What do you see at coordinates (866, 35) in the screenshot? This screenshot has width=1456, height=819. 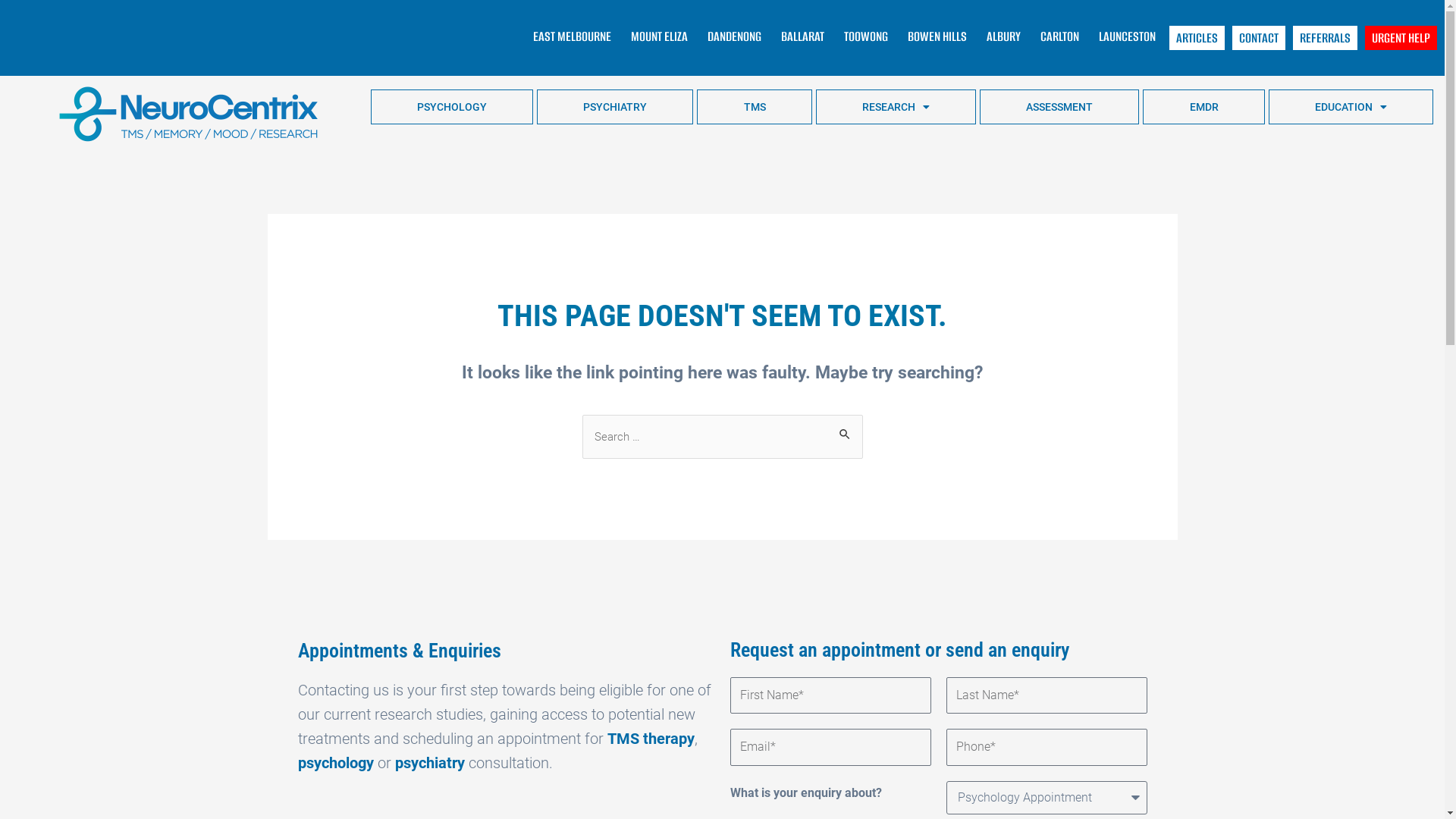 I see `'TOOWONG'` at bounding box center [866, 35].